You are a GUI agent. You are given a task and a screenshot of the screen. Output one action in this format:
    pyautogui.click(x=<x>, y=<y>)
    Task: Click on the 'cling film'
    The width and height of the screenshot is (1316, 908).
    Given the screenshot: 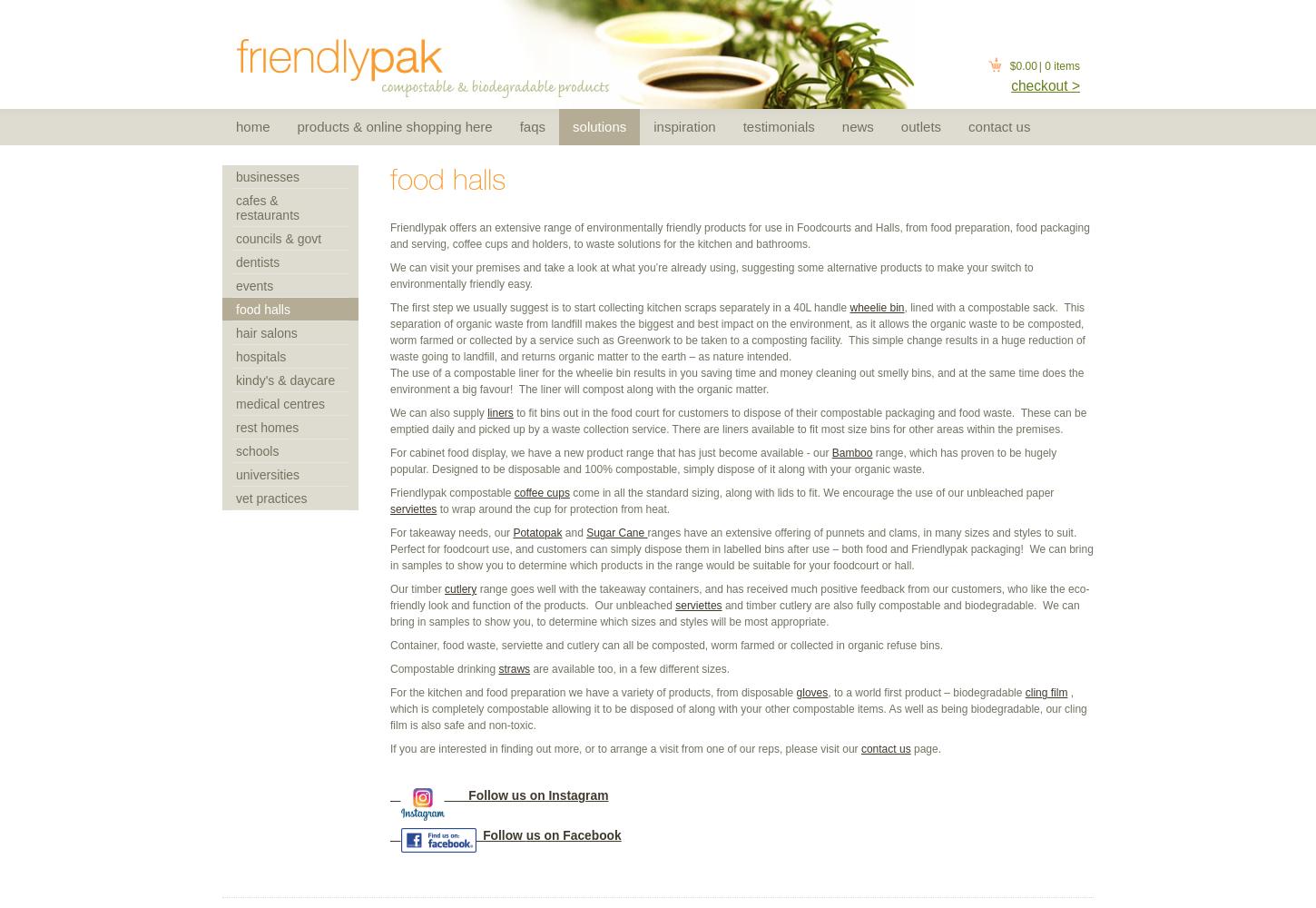 What is the action you would take?
    pyautogui.click(x=1045, y=693)
    